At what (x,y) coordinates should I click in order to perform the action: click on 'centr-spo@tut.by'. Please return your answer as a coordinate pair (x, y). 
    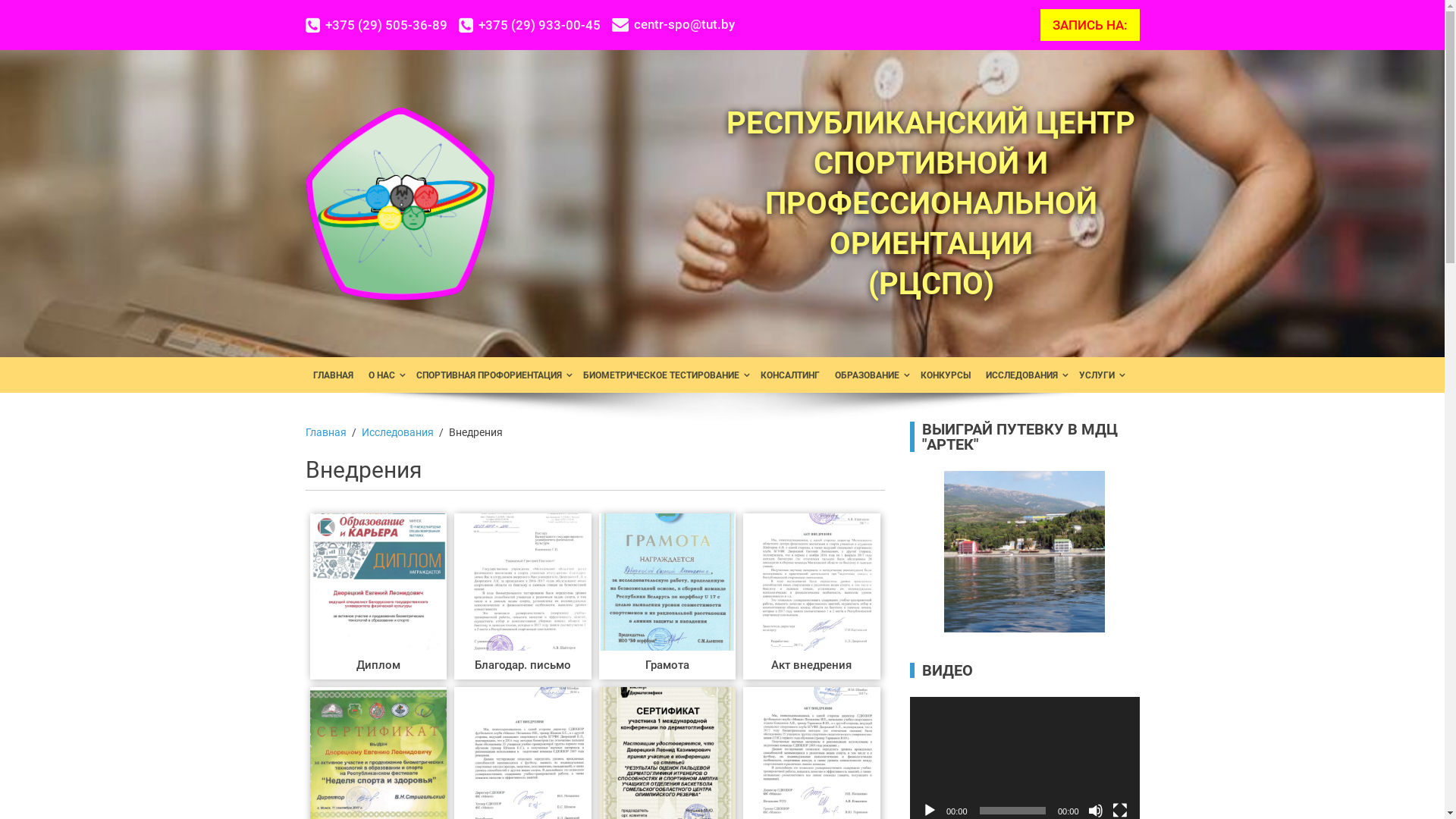
    Looking at the image, I should click on (672, 24).